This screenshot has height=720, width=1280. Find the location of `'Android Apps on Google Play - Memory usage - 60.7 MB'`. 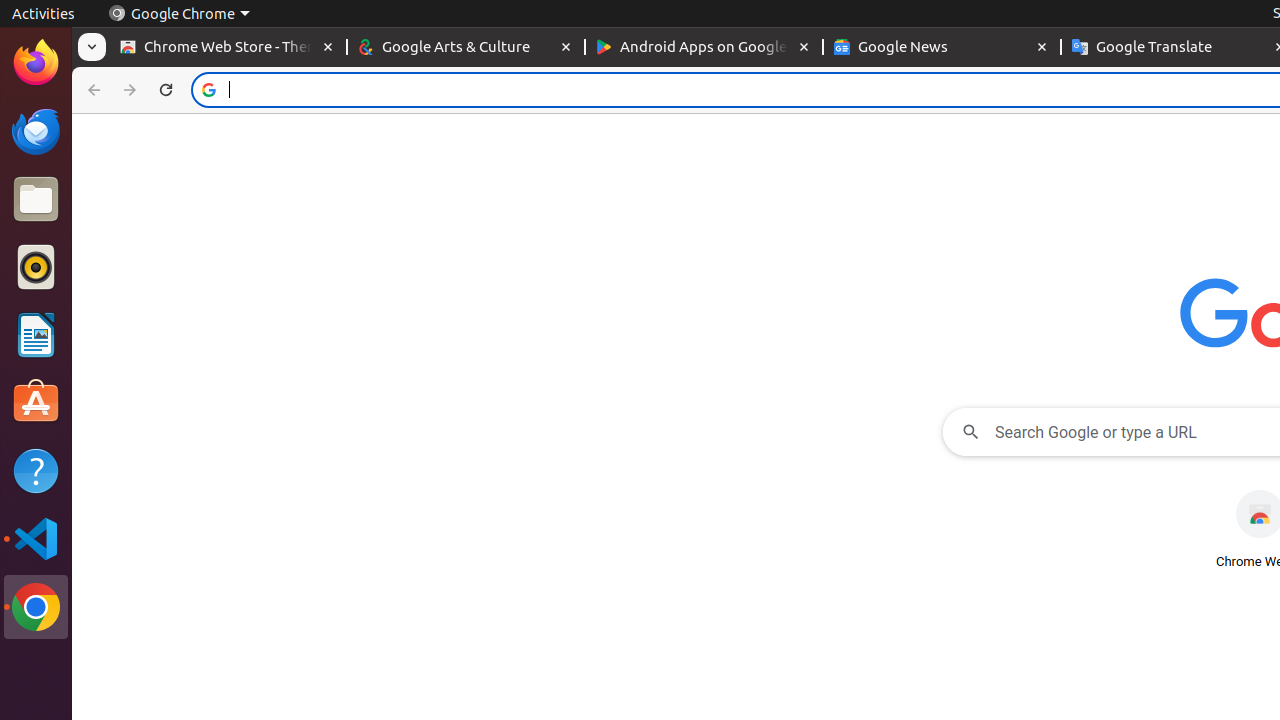

'Android Apps on Google Play - Memory usage - 60.7 MB' is located at coordinates (704, 46).